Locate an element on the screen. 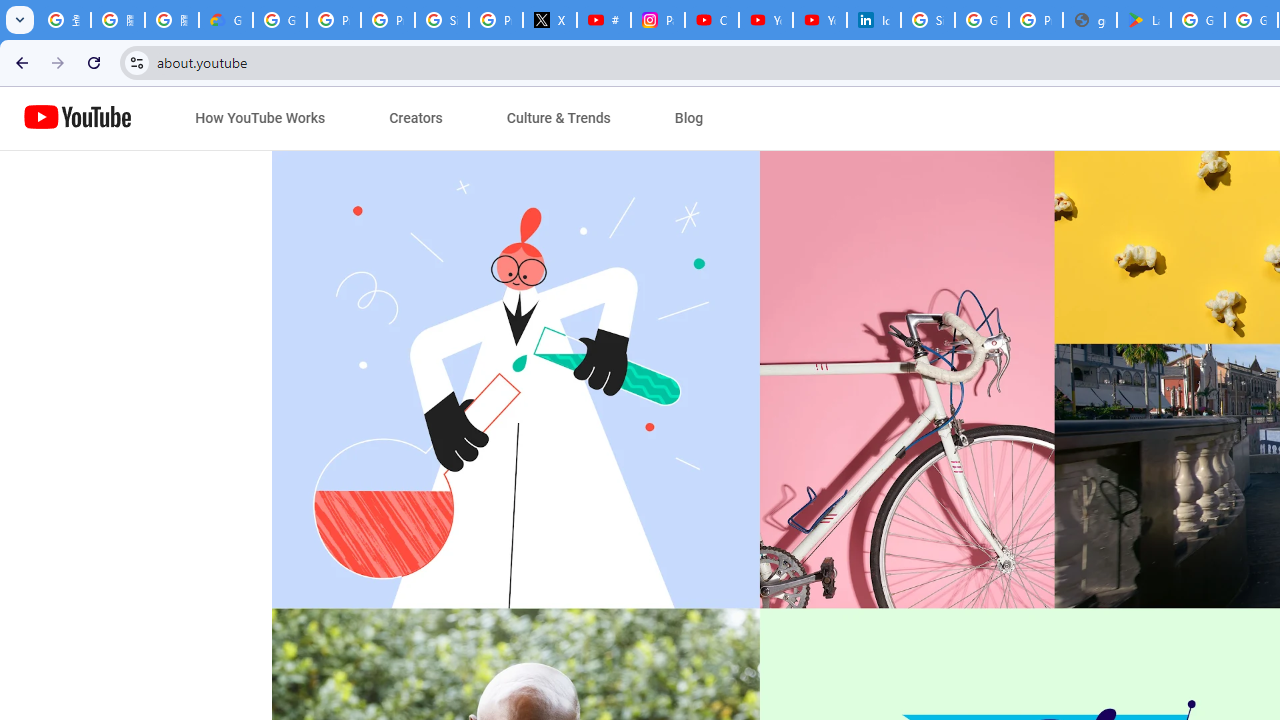 This screenshot has height=720, width=1280. 'X' is located at coordinates (550, 20).